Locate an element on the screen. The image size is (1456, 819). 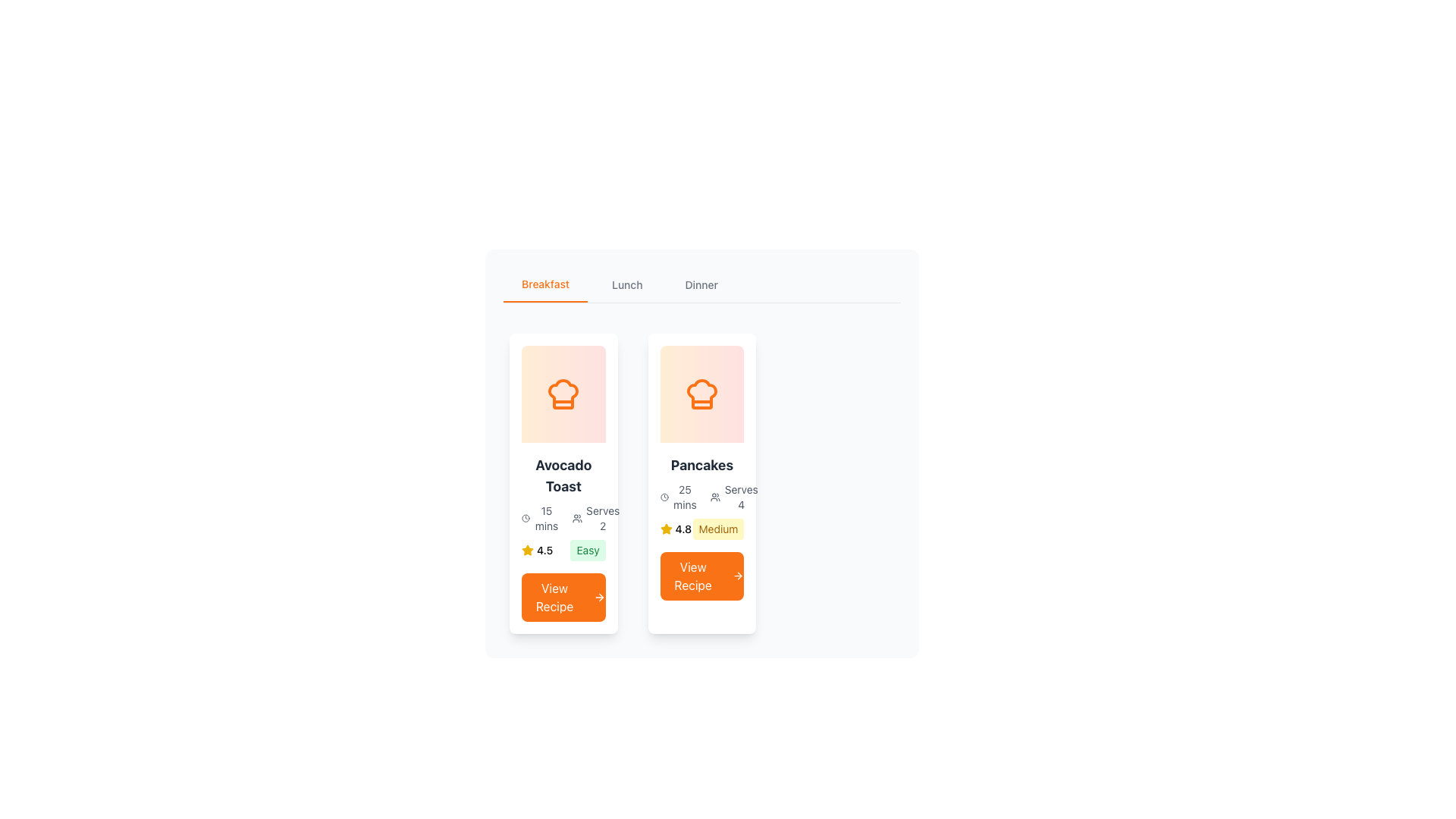
the Informational Text Block displaying 'Serves 2' with the user icon, located within the 'Avocado Toast' card, just below the title is located at coordinates (595, 517).